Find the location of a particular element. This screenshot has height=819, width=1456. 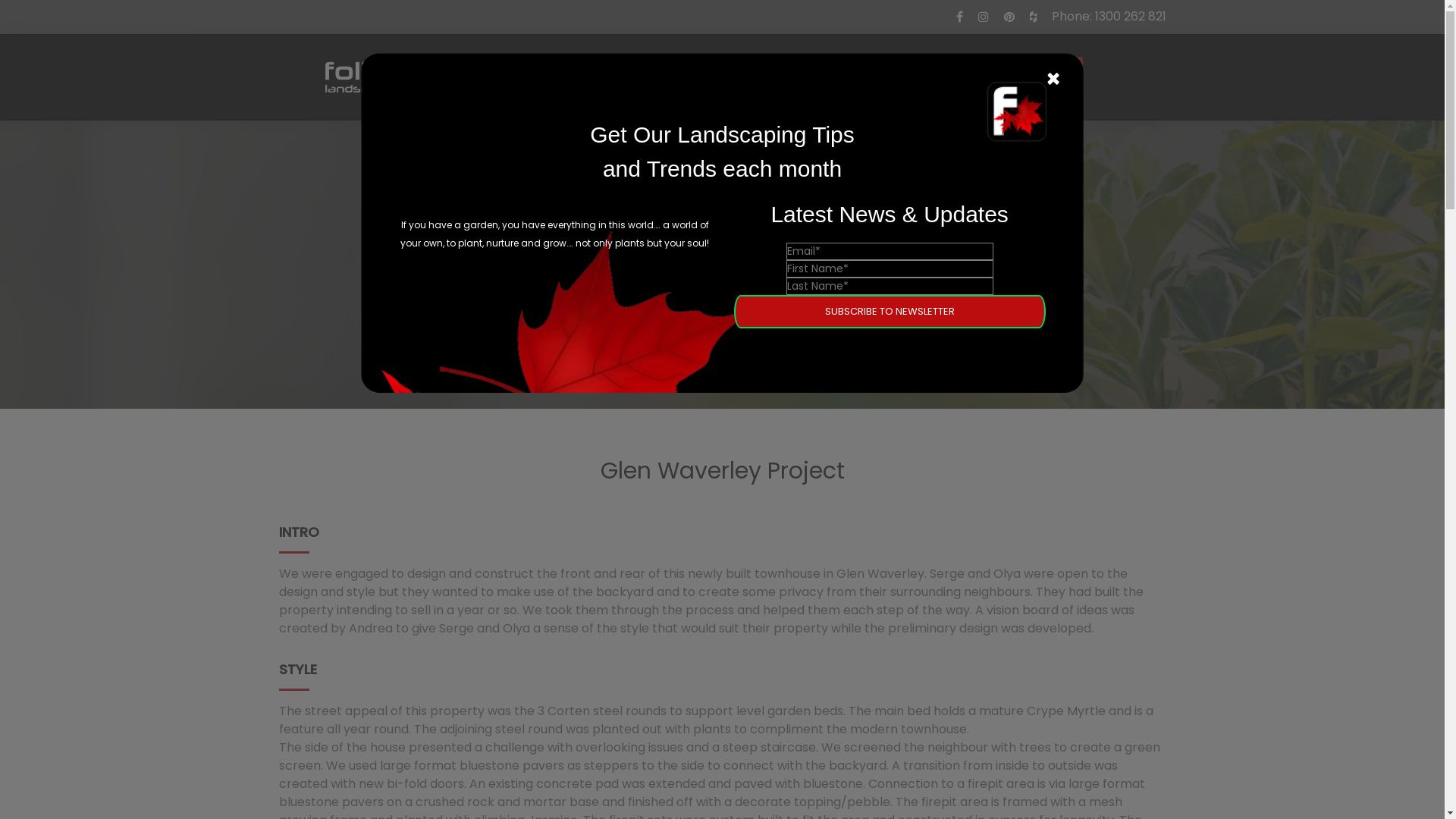

'REQUEST A QUOTE' is located at coordinates (927, 77).